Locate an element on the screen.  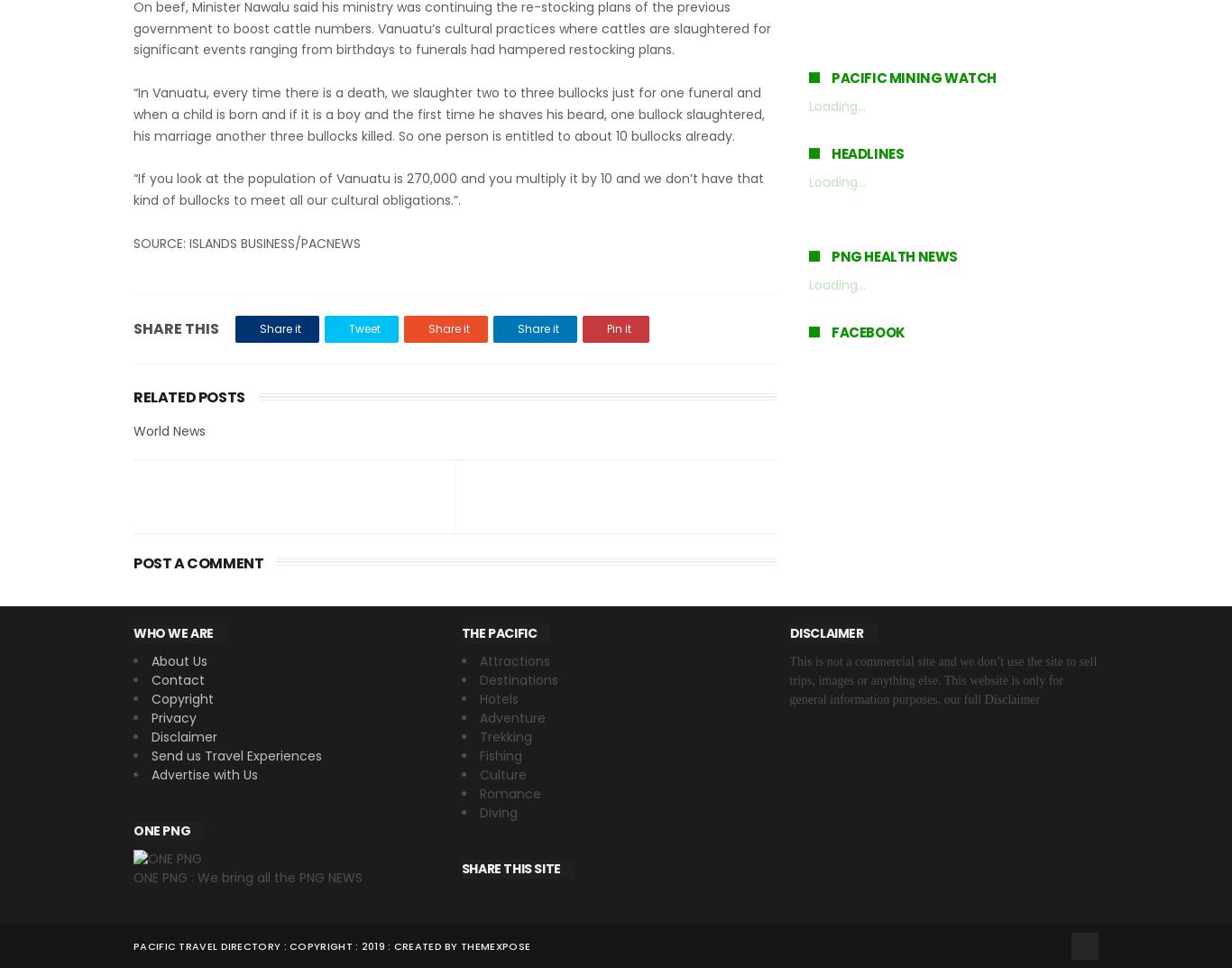
'Copyright' is located at coordinates (181, 698).